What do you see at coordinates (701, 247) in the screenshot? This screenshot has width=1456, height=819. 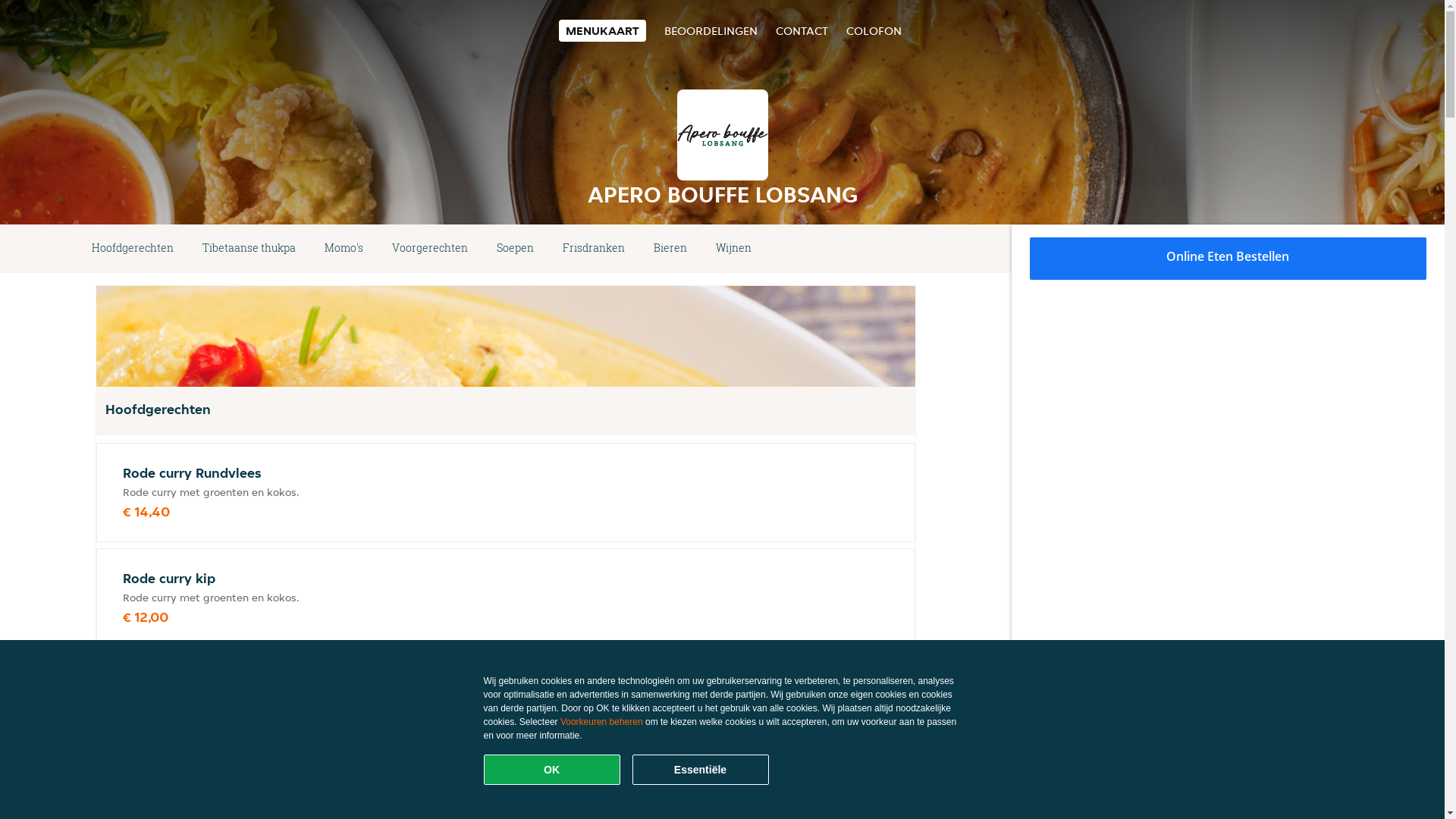 I see `'Wijnen'` at bounding box center [701, 247].